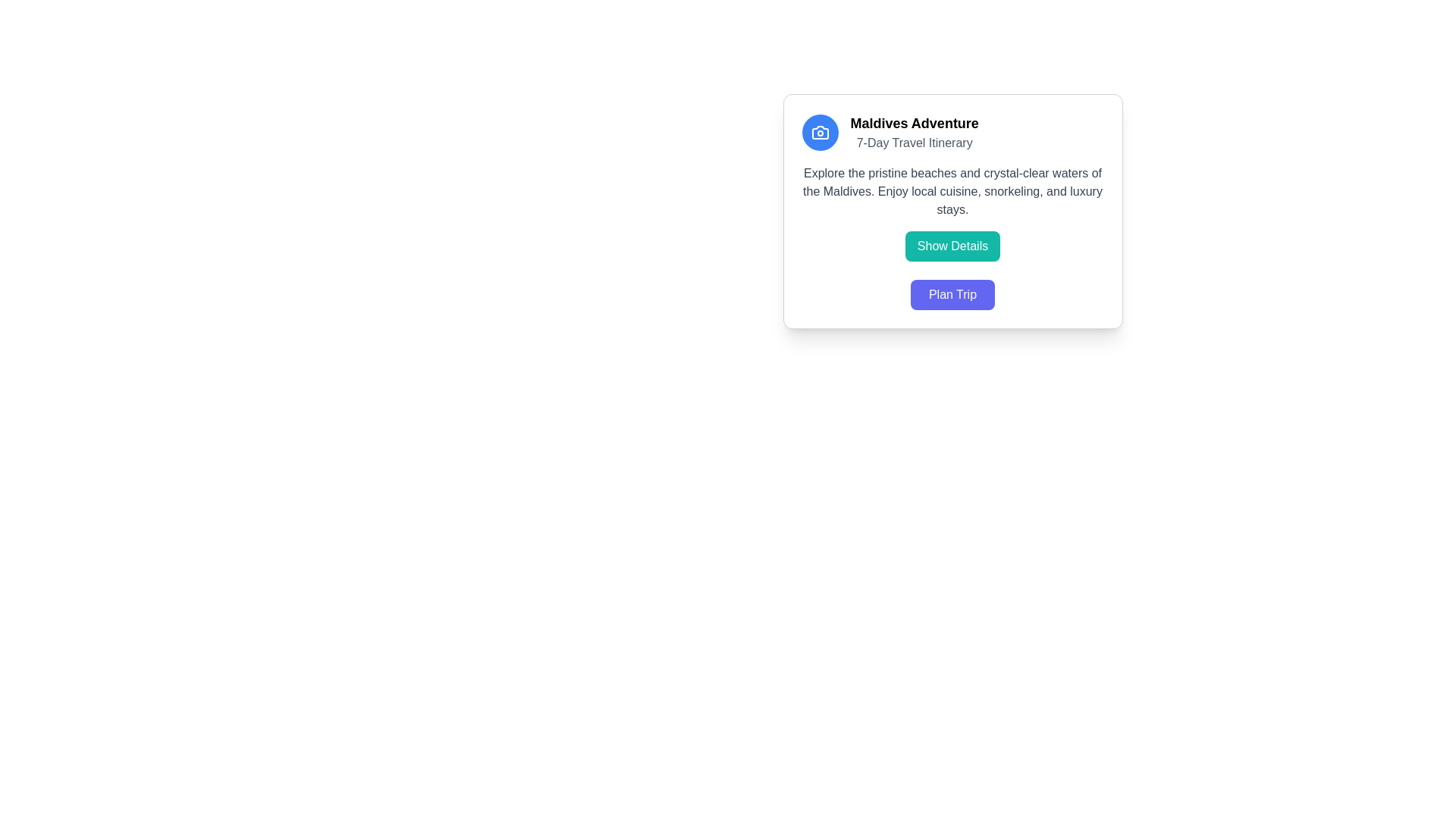 This screenshot has height=819, width=1456. Describe the element at coordinates (952, 295) in the screenshot. I see `the button located at the bottom of the 'Maldives Adventure' itinerary card to initiate the trip planning process` at that location.